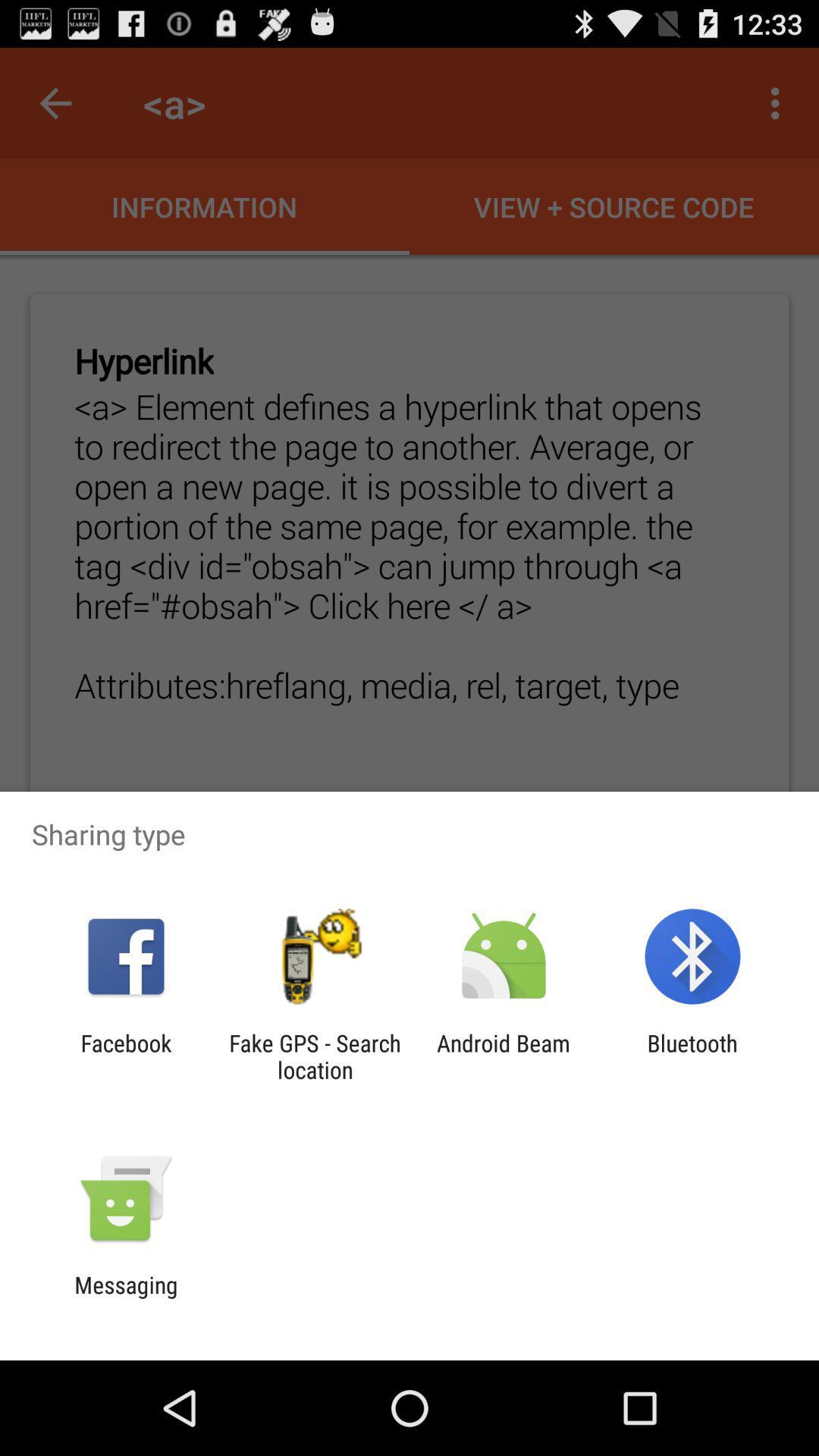 This screenshot has width=819, height=1456. I want to click on the fake gps search app, so click(314, 1056).